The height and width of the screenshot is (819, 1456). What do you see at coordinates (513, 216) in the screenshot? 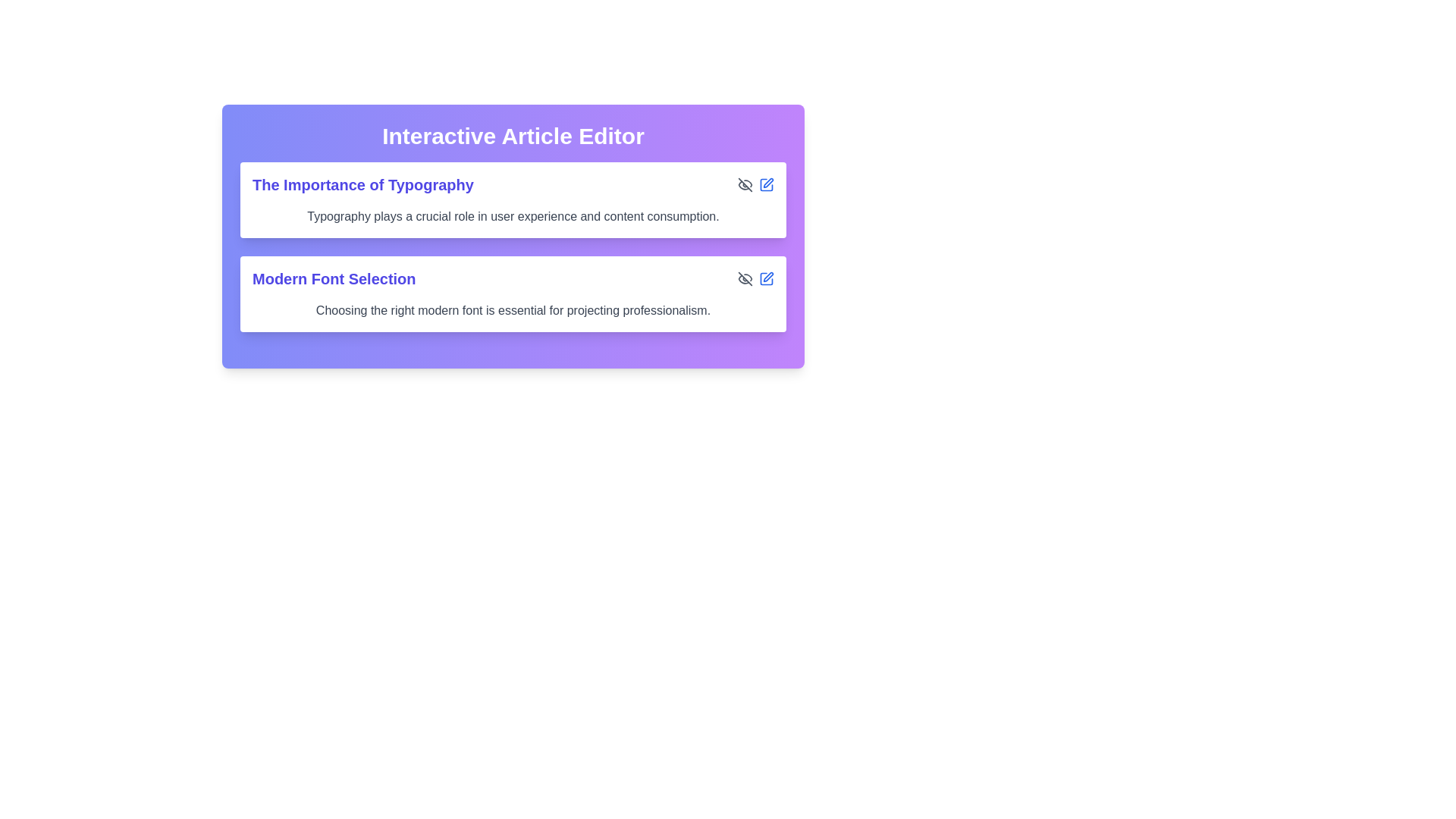
I see `the text block that provides contextual information about 'The Importance of Typography', positioned beneath the title within the card` at bounding box center [513, 216].